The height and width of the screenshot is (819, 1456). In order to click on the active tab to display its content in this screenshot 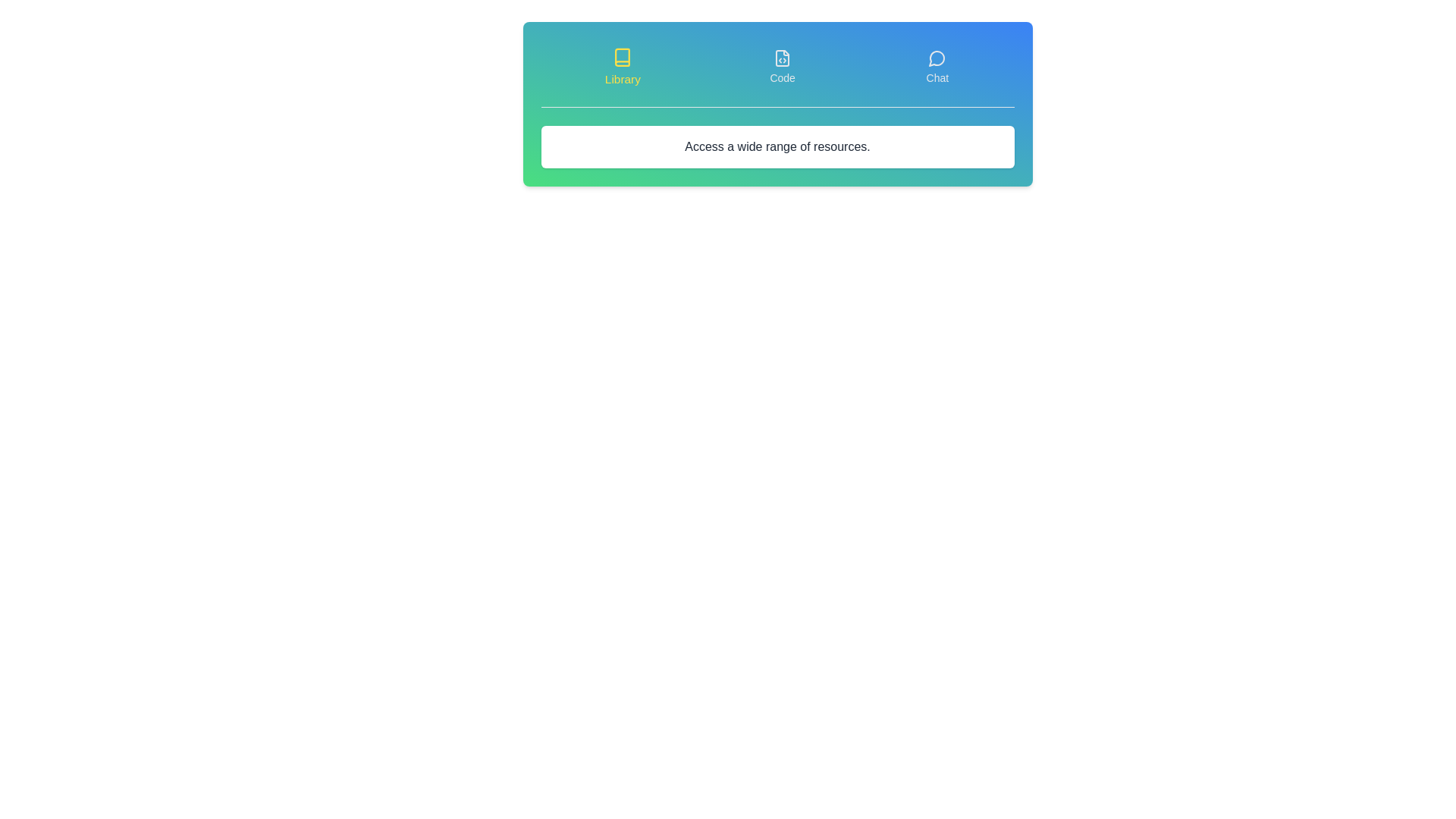, I will do `click(623, 66)`.